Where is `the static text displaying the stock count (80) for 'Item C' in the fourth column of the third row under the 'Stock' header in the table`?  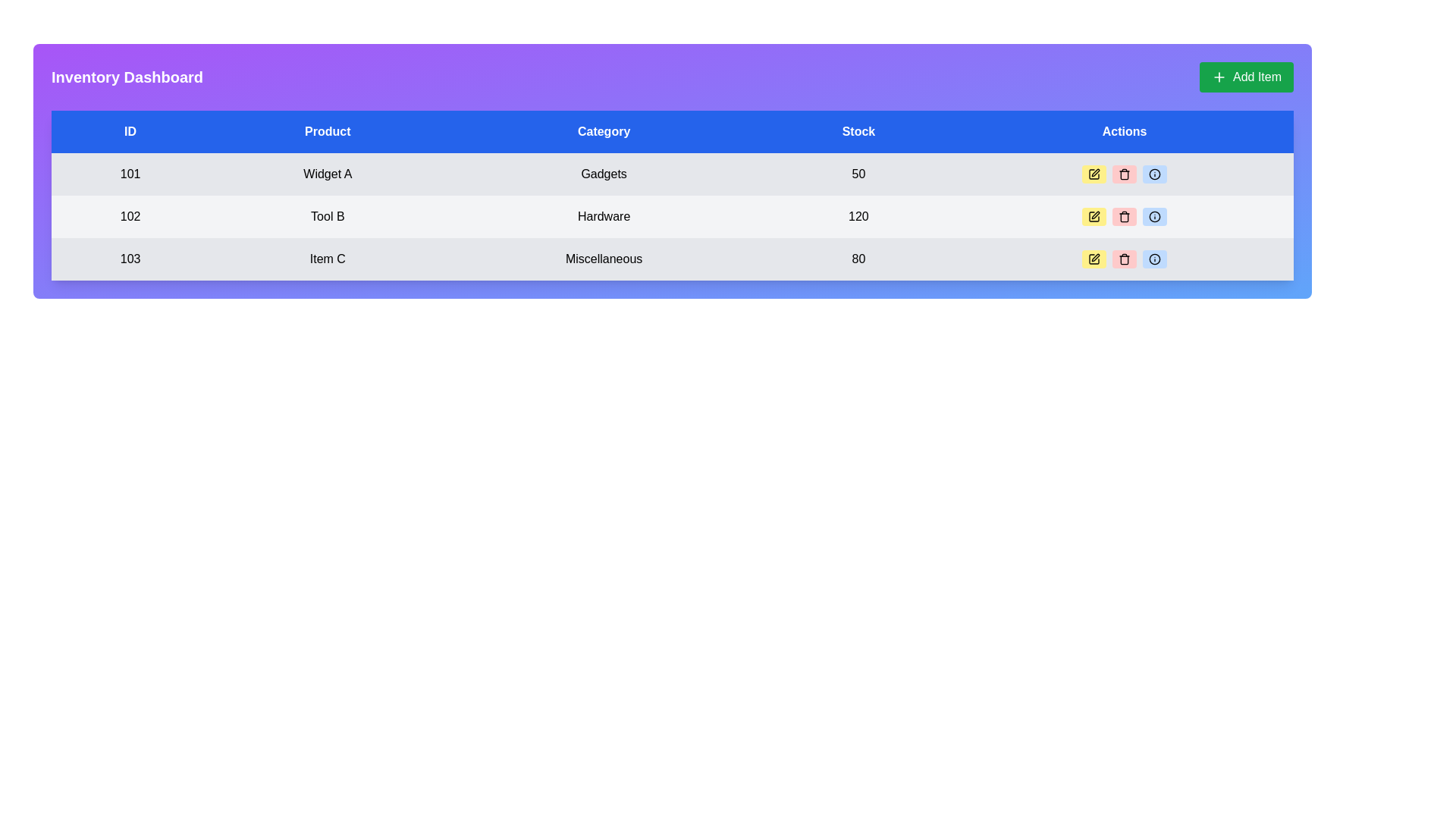
the static text displaying the stock count (80) for 'Item C' in the fourth column of the third row under the 'Stock' header in the table is located at coordinates (858, 259).